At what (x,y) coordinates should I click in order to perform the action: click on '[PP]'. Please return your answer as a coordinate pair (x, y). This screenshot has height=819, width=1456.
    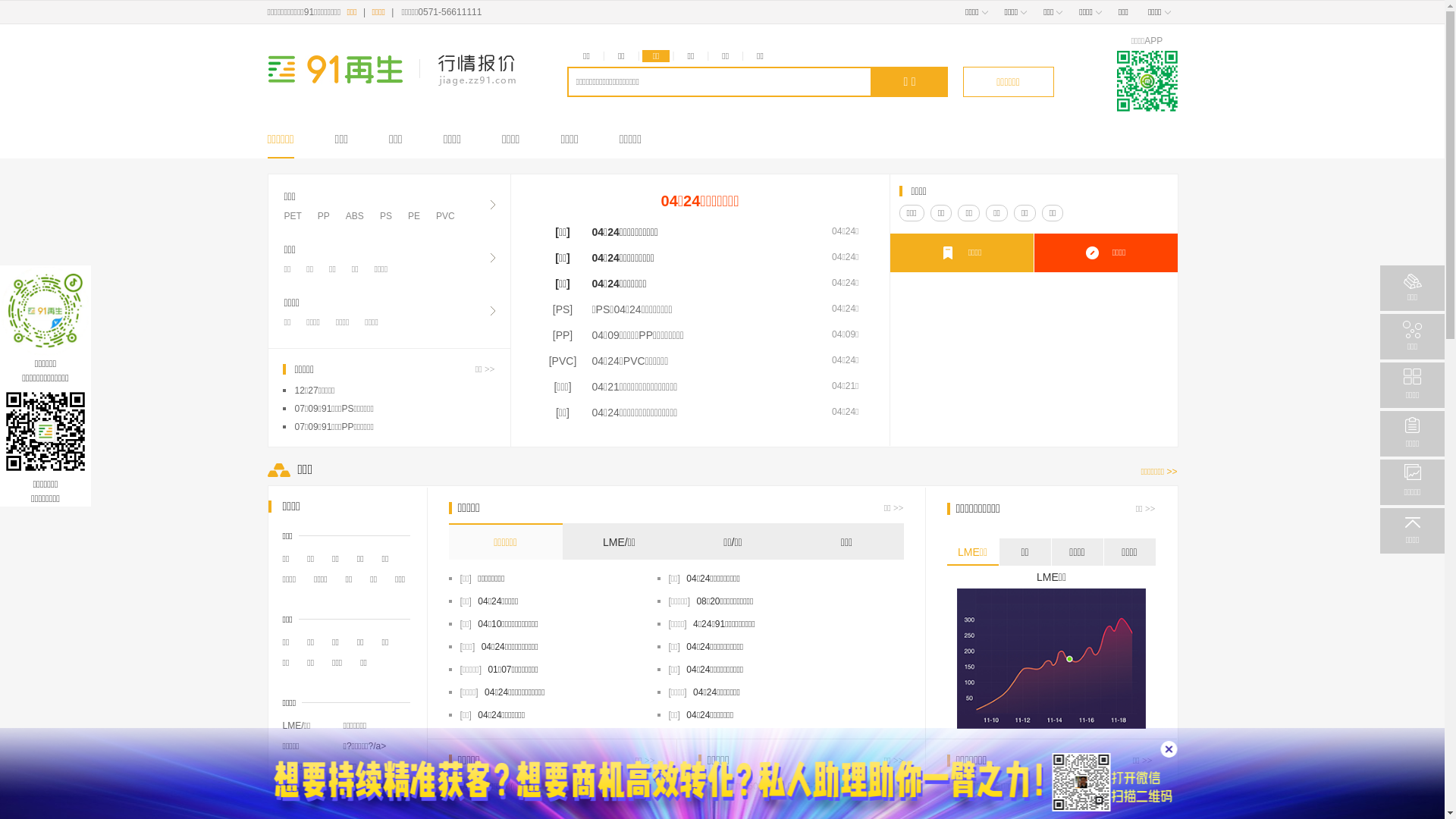
    Looking at the image, I should click on (562, 334).